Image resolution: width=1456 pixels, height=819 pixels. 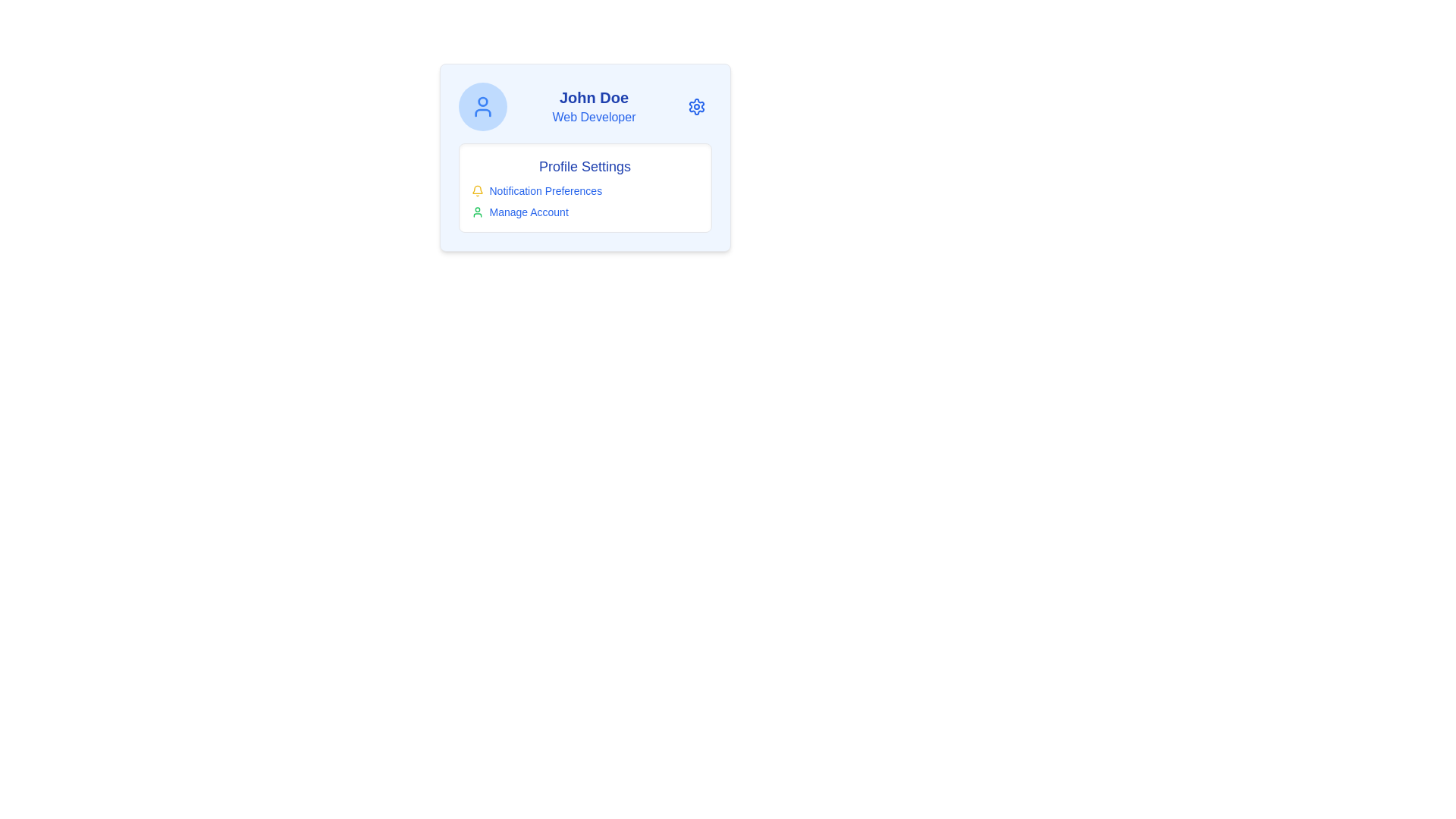 What do you see at coordinates (482, 102) in the screenshot?
I see `the user profile graphic icon located at the center of the blue circular area to the left of the text 'John Doe'` at bounding box center [482, 102].